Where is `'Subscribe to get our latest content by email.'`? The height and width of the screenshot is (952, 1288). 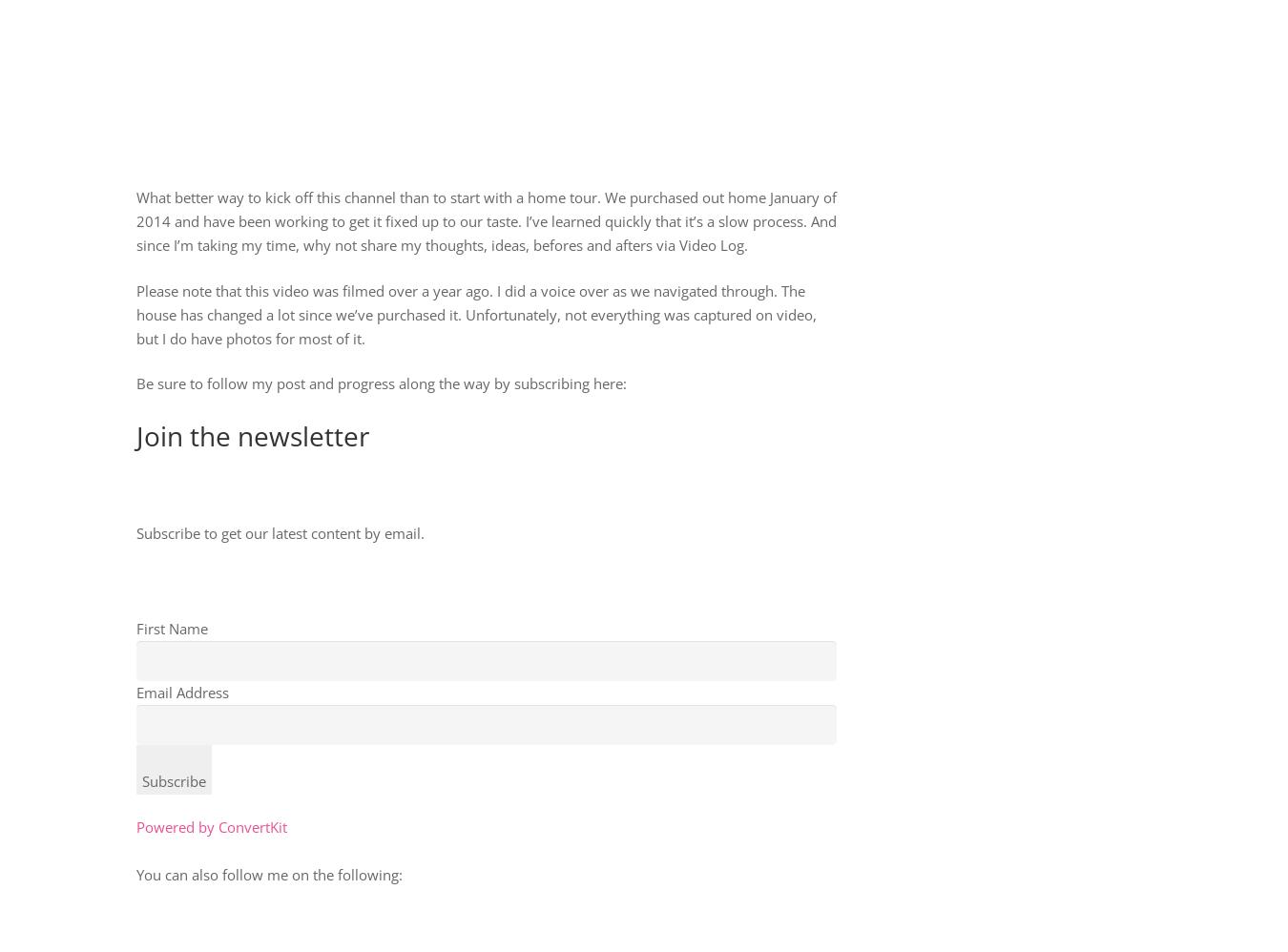
'Subscribe to get our latest content by email.' is located at coordinates (135, 530).